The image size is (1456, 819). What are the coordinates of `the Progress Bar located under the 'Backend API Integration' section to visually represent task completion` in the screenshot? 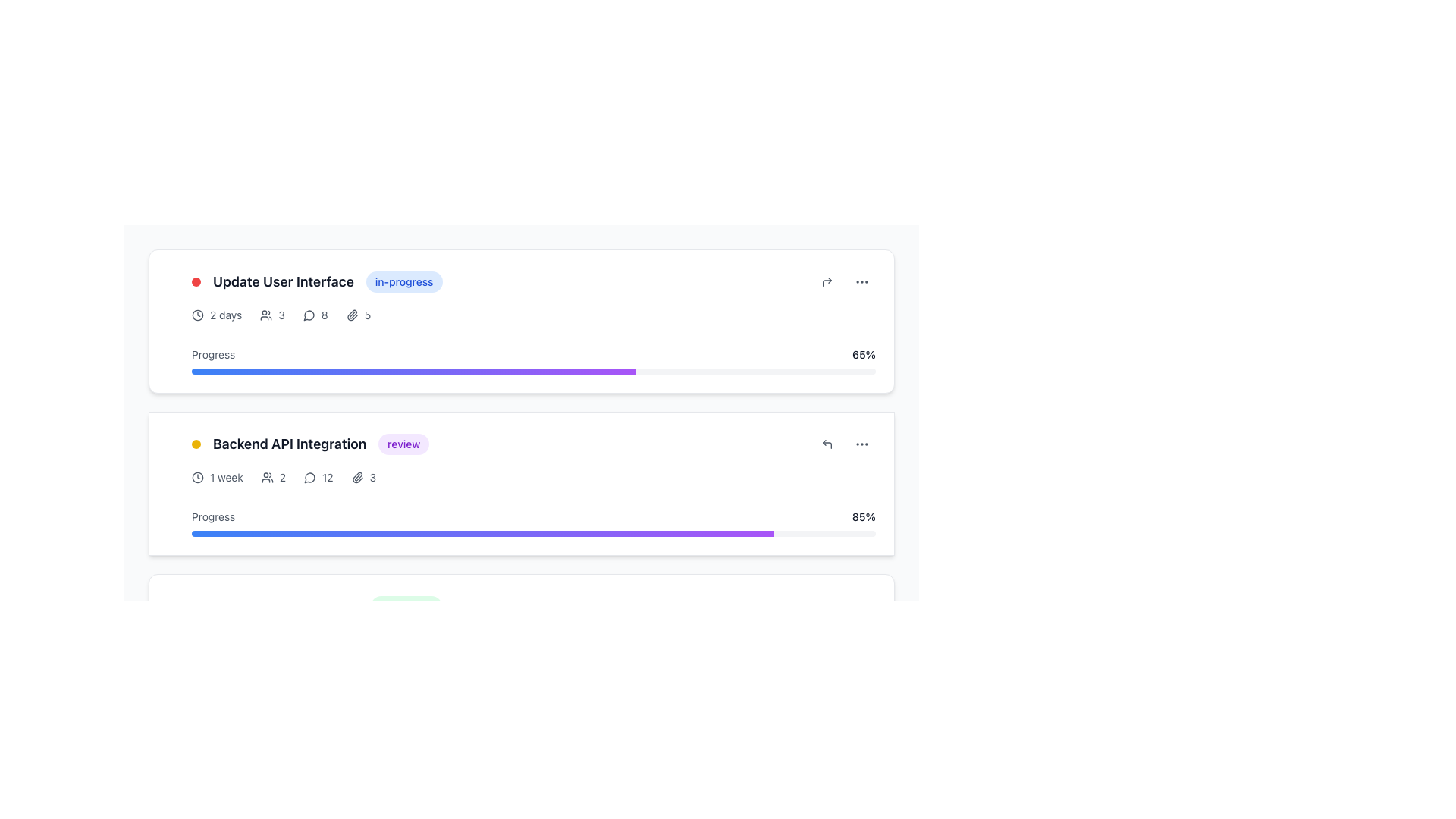 It's located at (414, 371).